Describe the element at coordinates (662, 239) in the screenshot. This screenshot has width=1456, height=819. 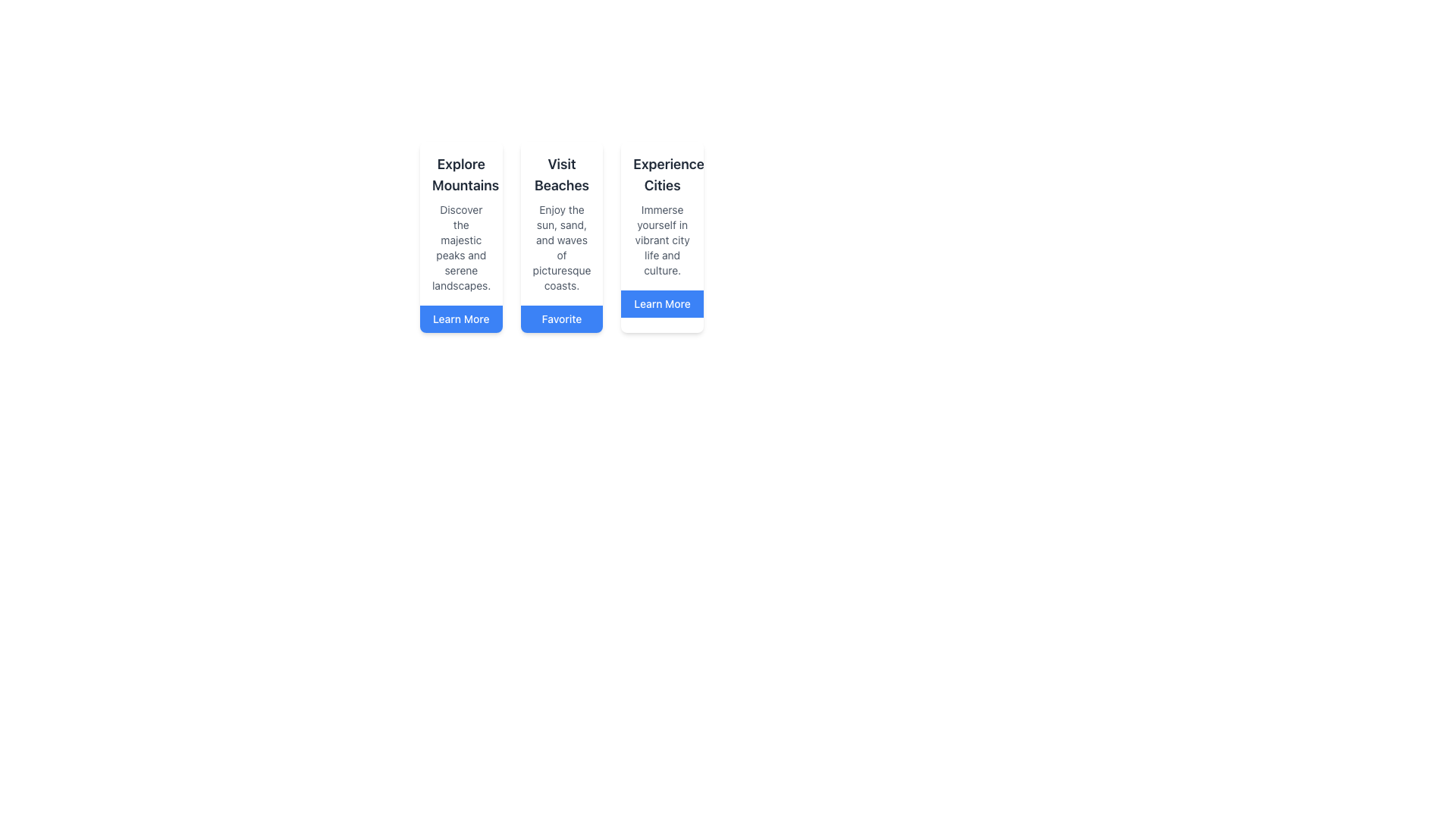
I see `the descriptive text block component located in the 'Experience Cities' section, which is positioned directly below the heading and above the 'Learn More' button` at that location.